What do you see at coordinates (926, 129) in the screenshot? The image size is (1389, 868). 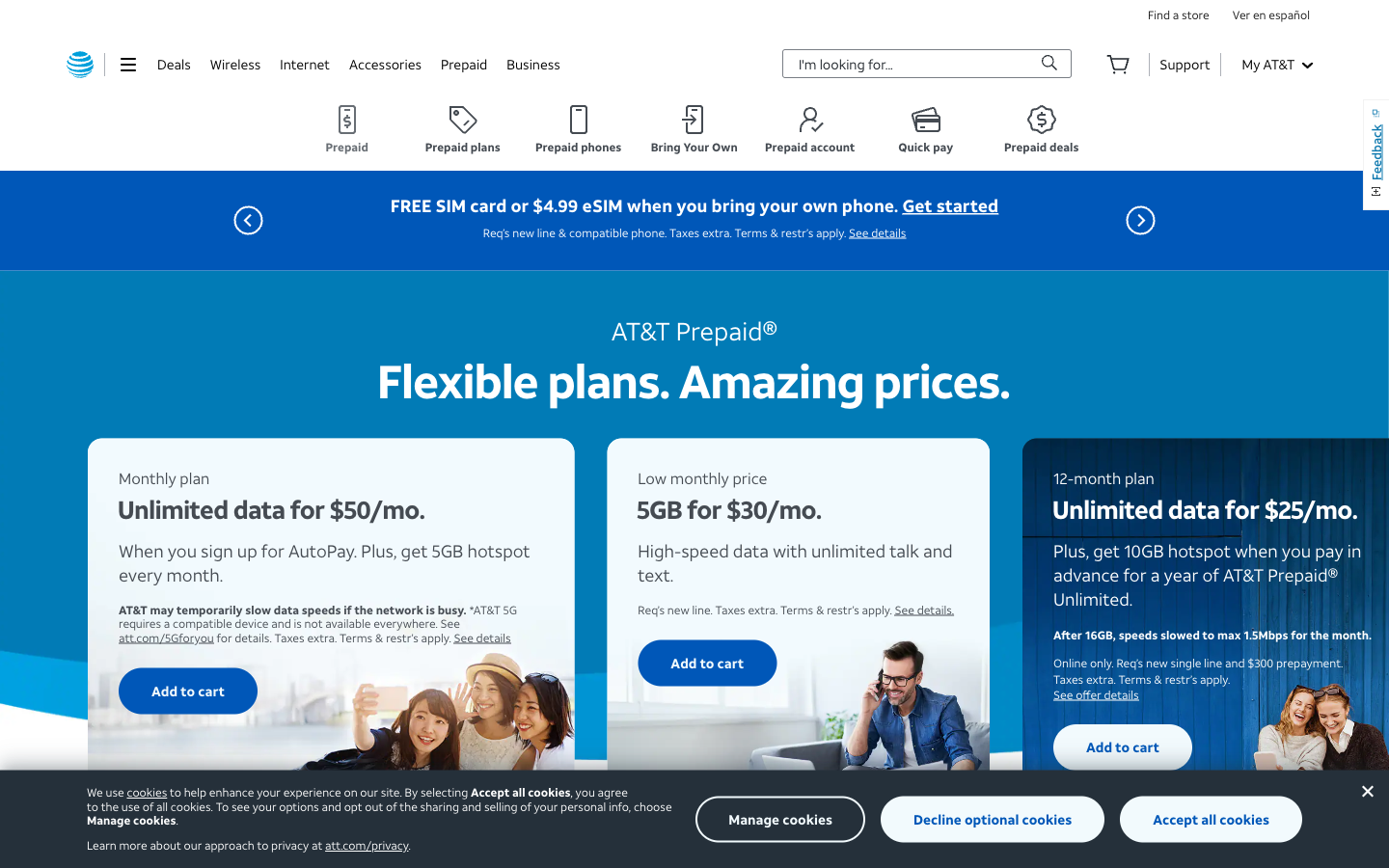 I see `Go to the "Quick Pay" function` at bounding box center [926, 129].